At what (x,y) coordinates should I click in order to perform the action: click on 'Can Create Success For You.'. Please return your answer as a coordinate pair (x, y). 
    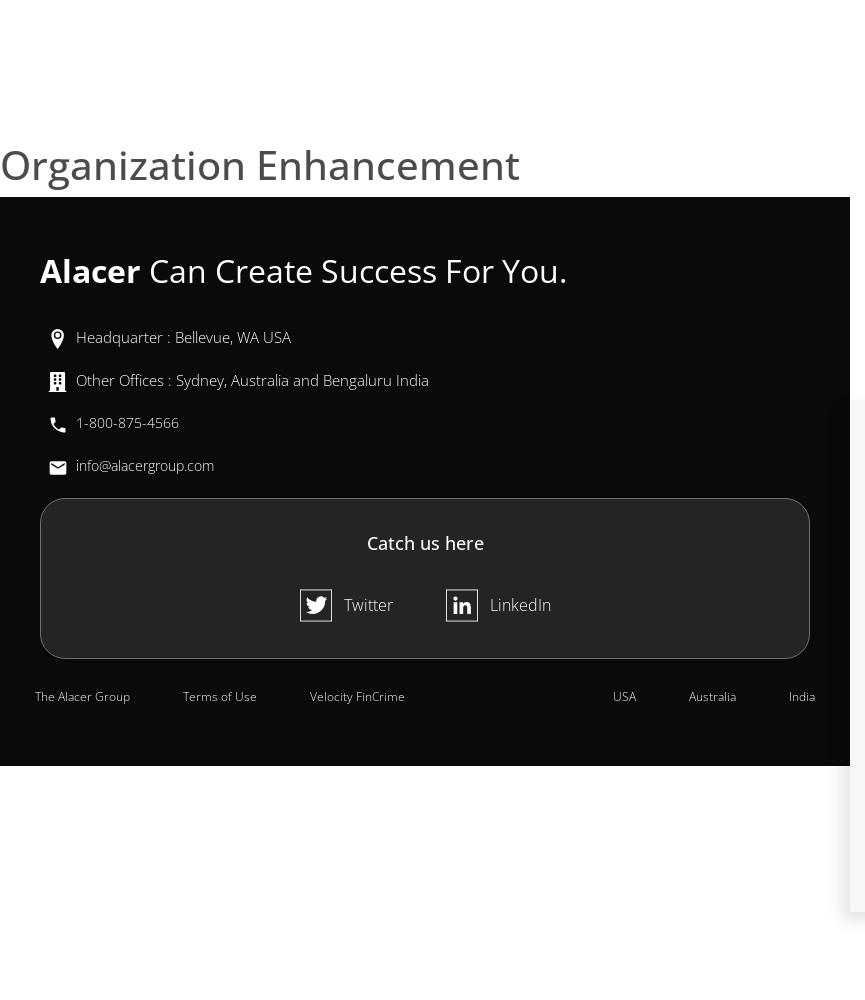
    Looking at the image, I should click on (140, 270).